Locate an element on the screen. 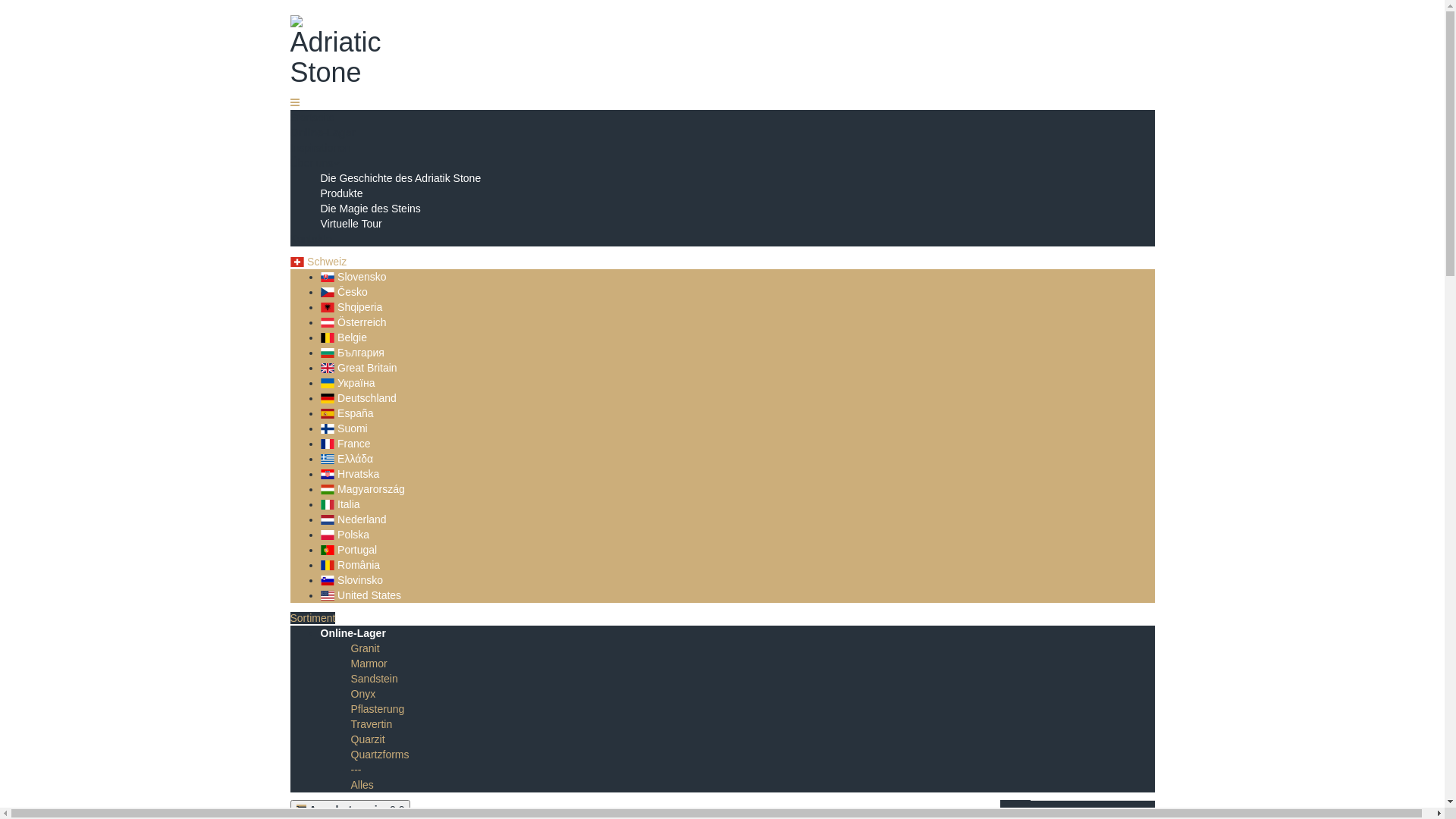  ' France' is located at coordinates (344, 444).